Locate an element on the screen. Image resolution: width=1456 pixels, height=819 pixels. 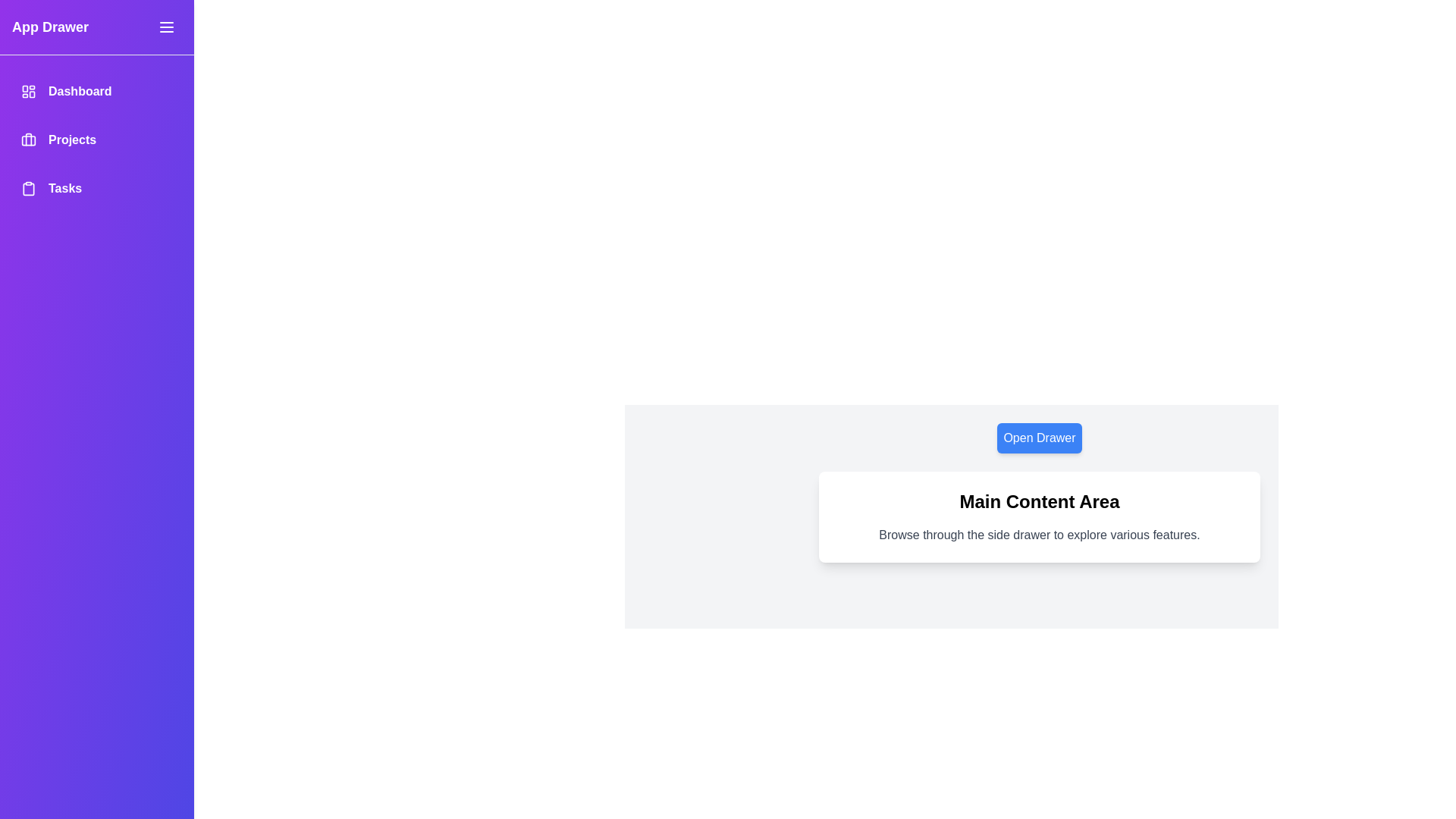
the menu item Tasks in the sidebar is located at coordinates (96, 188).